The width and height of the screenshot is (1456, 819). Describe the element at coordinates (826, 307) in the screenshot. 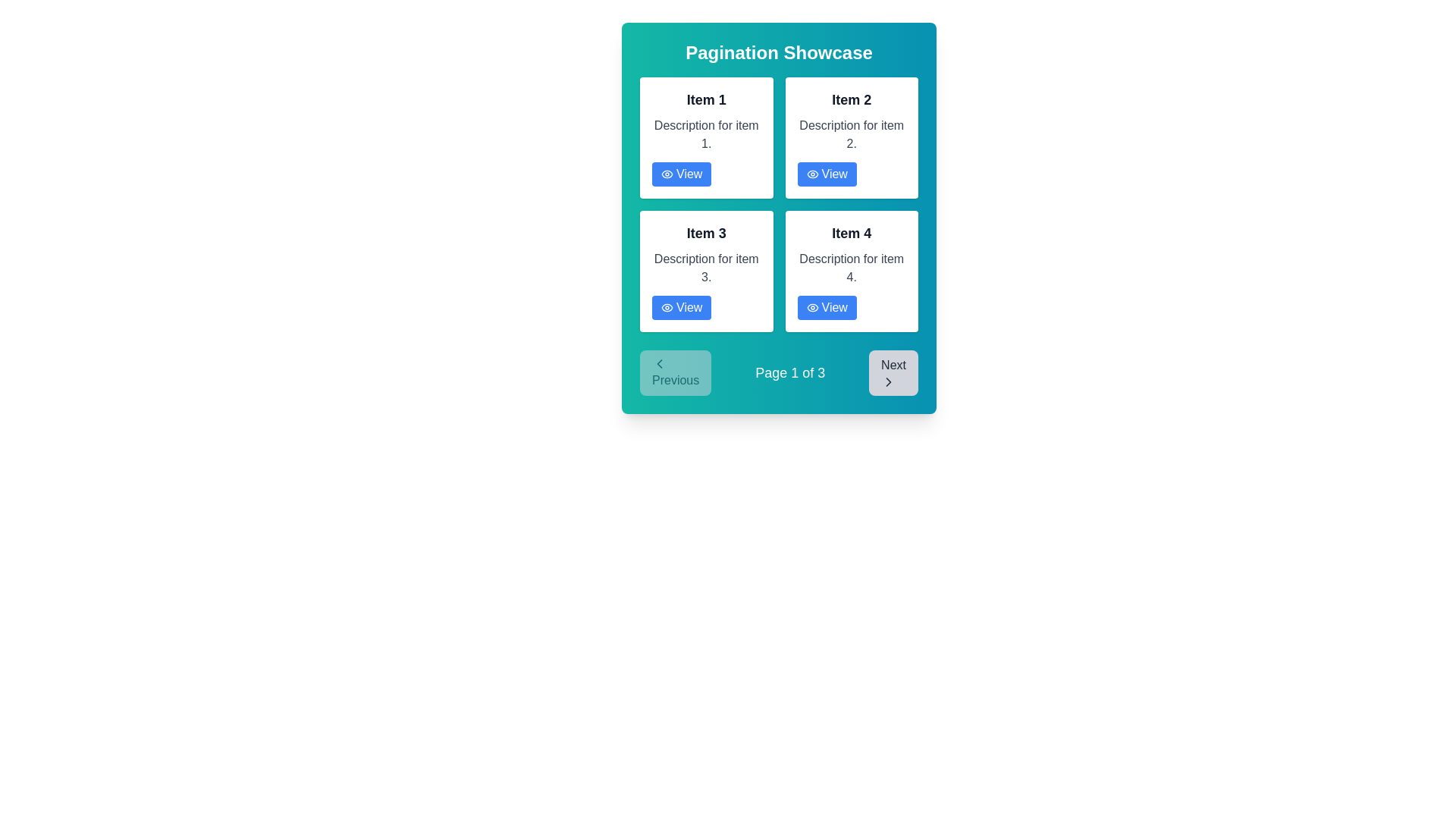

I see `the button located at the bottom of the item card labeled 'Item 4' to observe hover effects` at that location.